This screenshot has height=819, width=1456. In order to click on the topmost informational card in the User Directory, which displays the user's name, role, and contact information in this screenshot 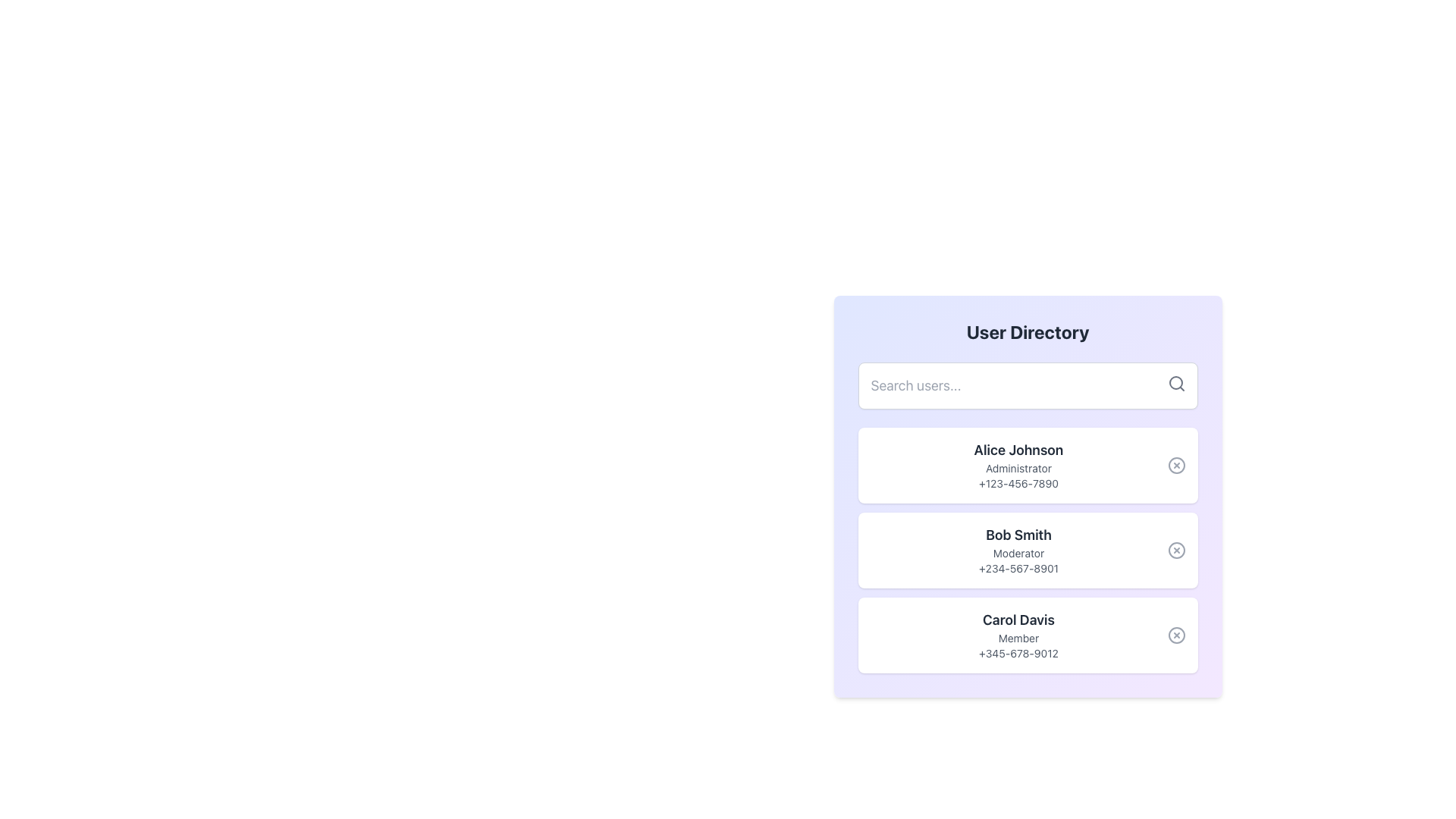, I will do `click(1028, 497)`.